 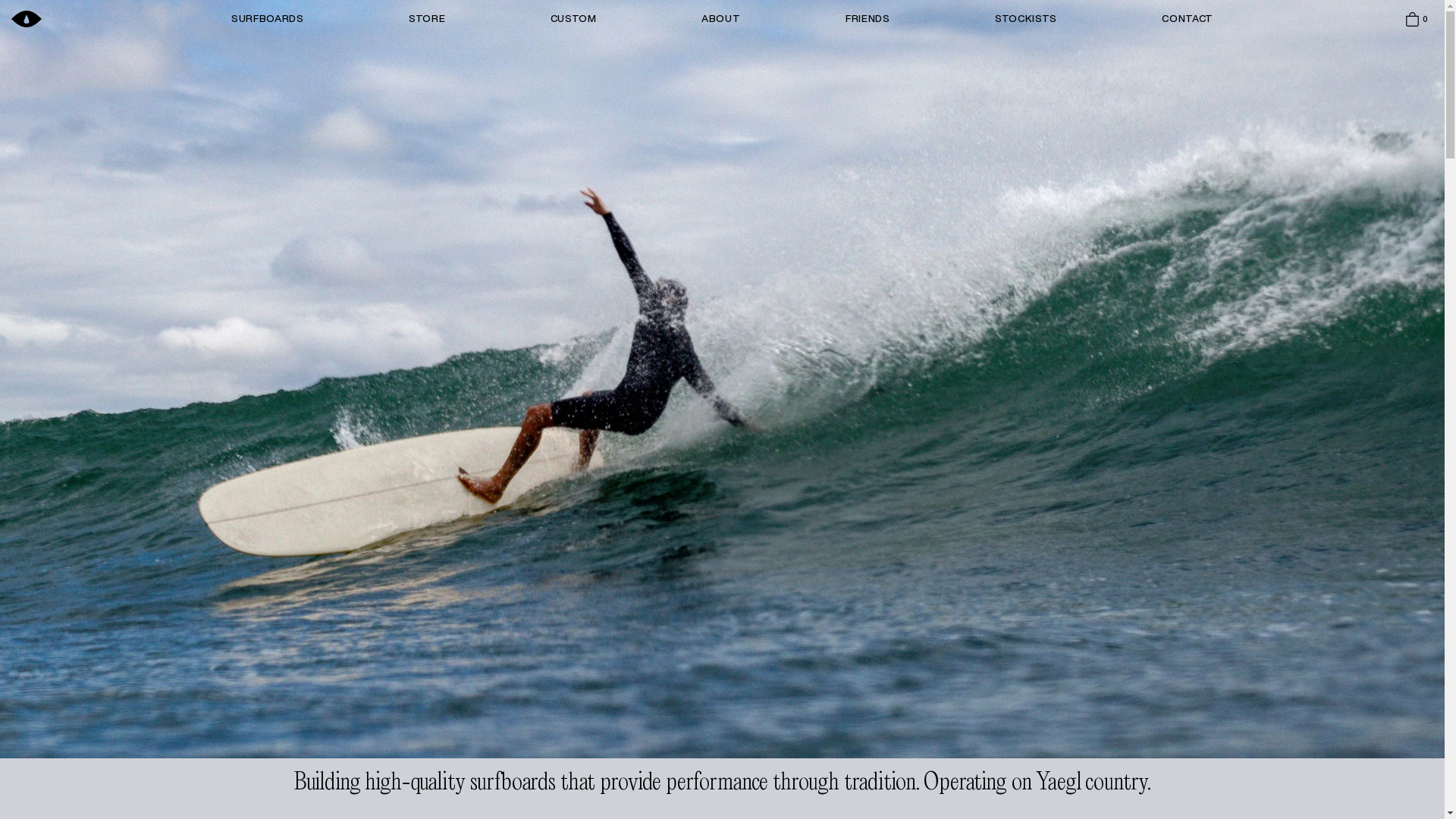 I want to click on 'FRIENDS', so click(x=868, y=18).